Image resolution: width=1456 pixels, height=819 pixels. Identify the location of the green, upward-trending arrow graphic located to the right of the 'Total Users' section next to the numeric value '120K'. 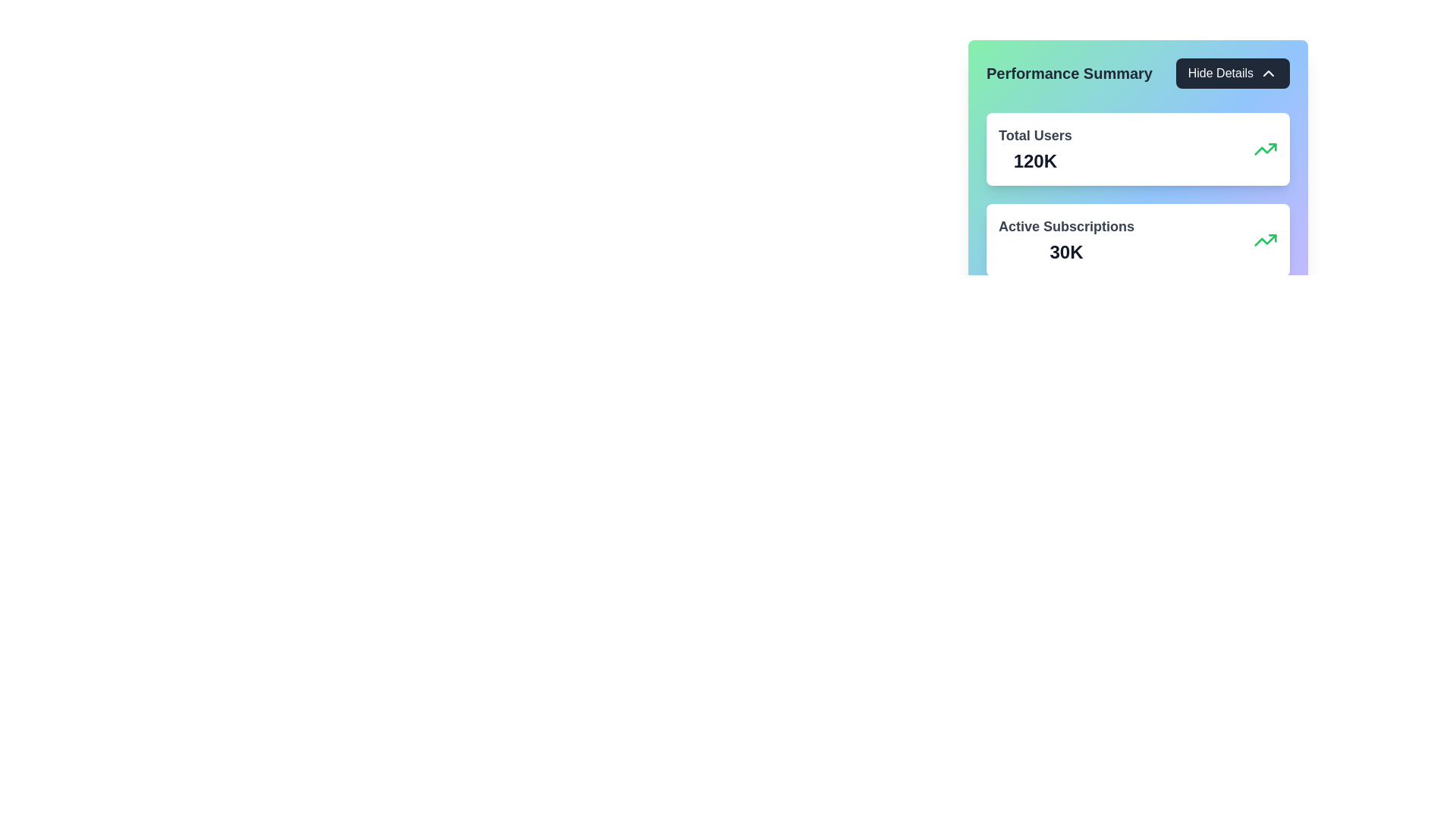
(1266, 239).